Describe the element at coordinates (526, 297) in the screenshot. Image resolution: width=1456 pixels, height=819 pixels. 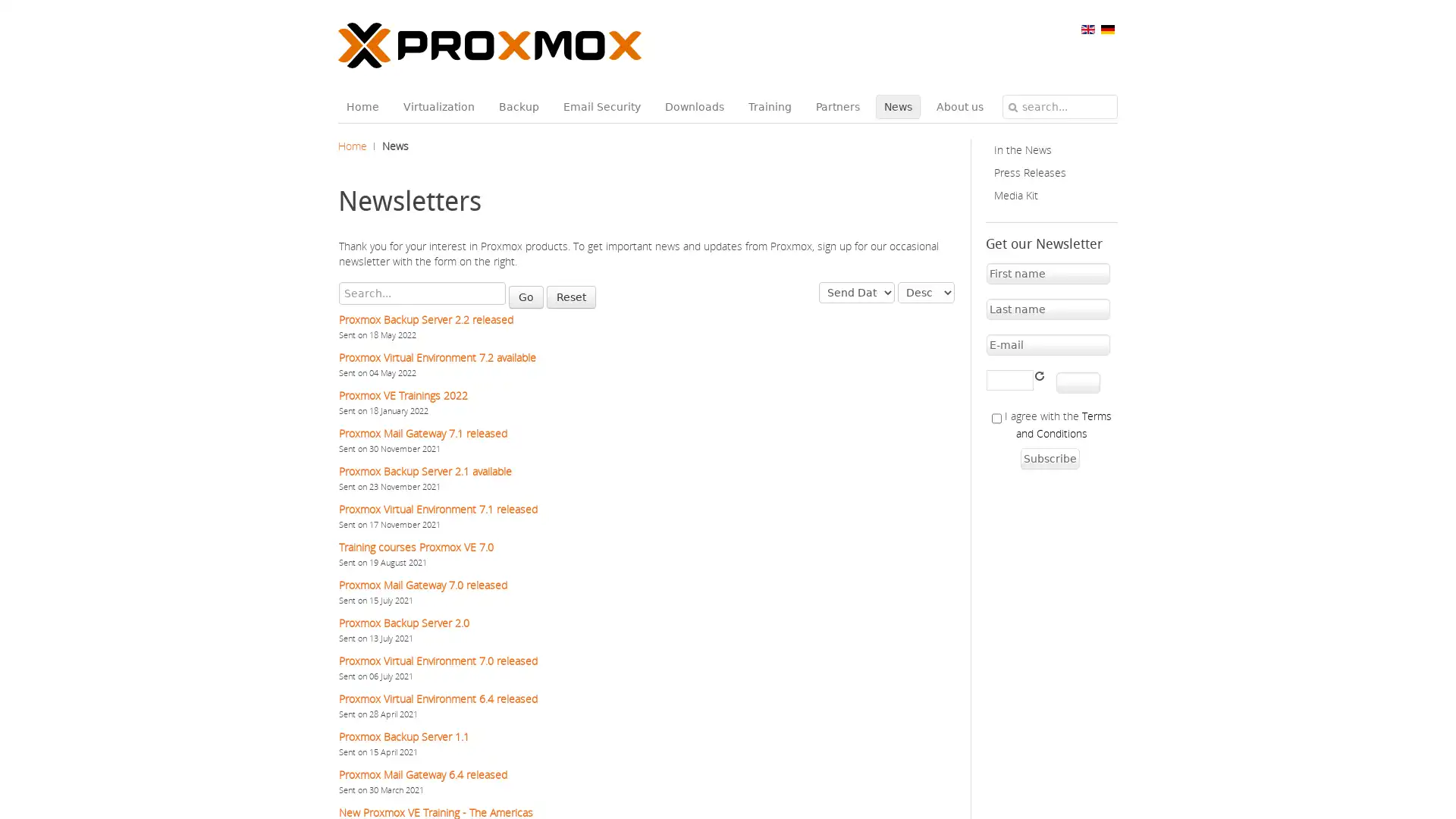
I see `Go` at that location.